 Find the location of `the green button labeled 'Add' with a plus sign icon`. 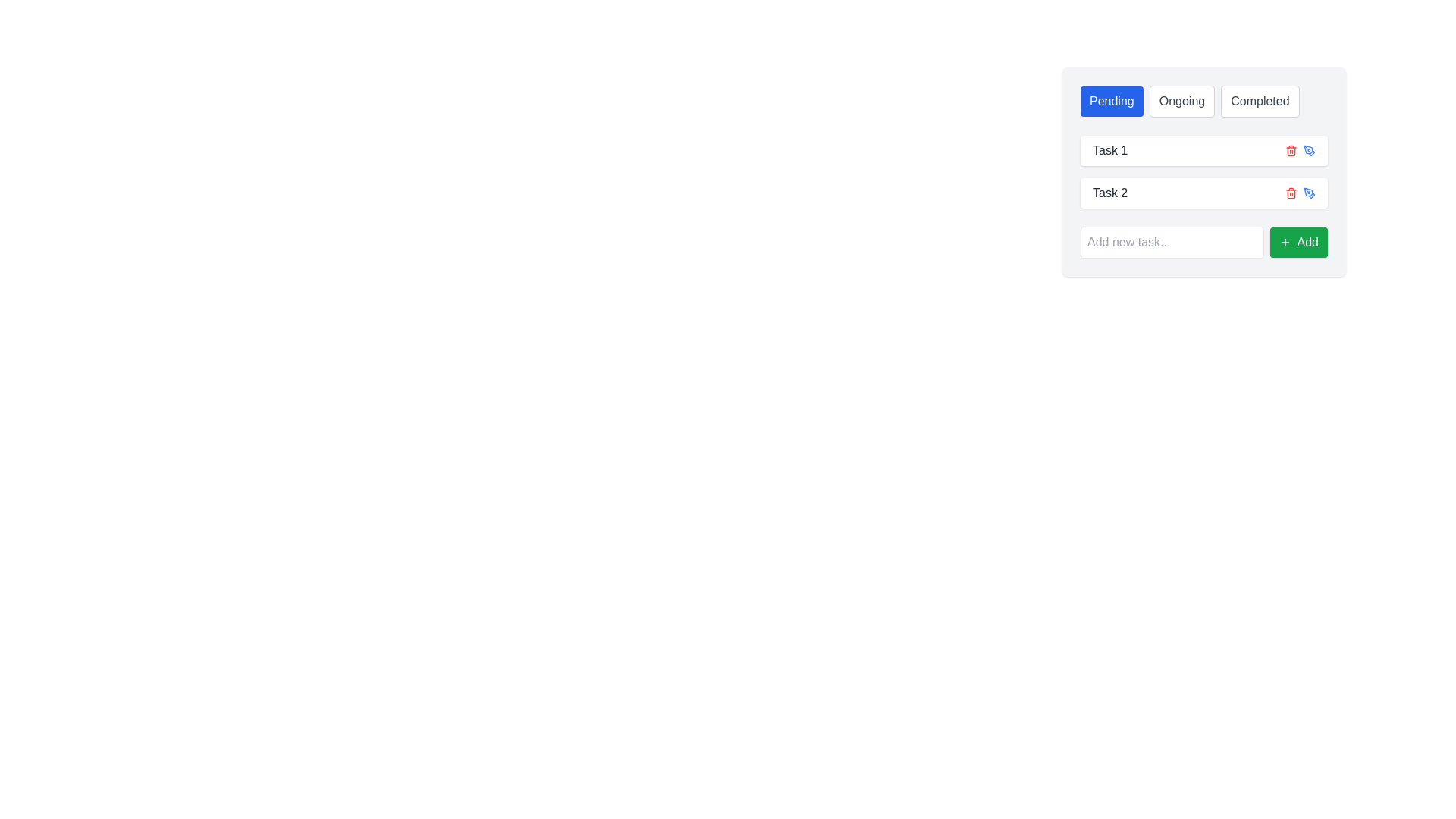

the green button labeled 'Add' with a plus sign icon is located at coordinates (1298, 242).